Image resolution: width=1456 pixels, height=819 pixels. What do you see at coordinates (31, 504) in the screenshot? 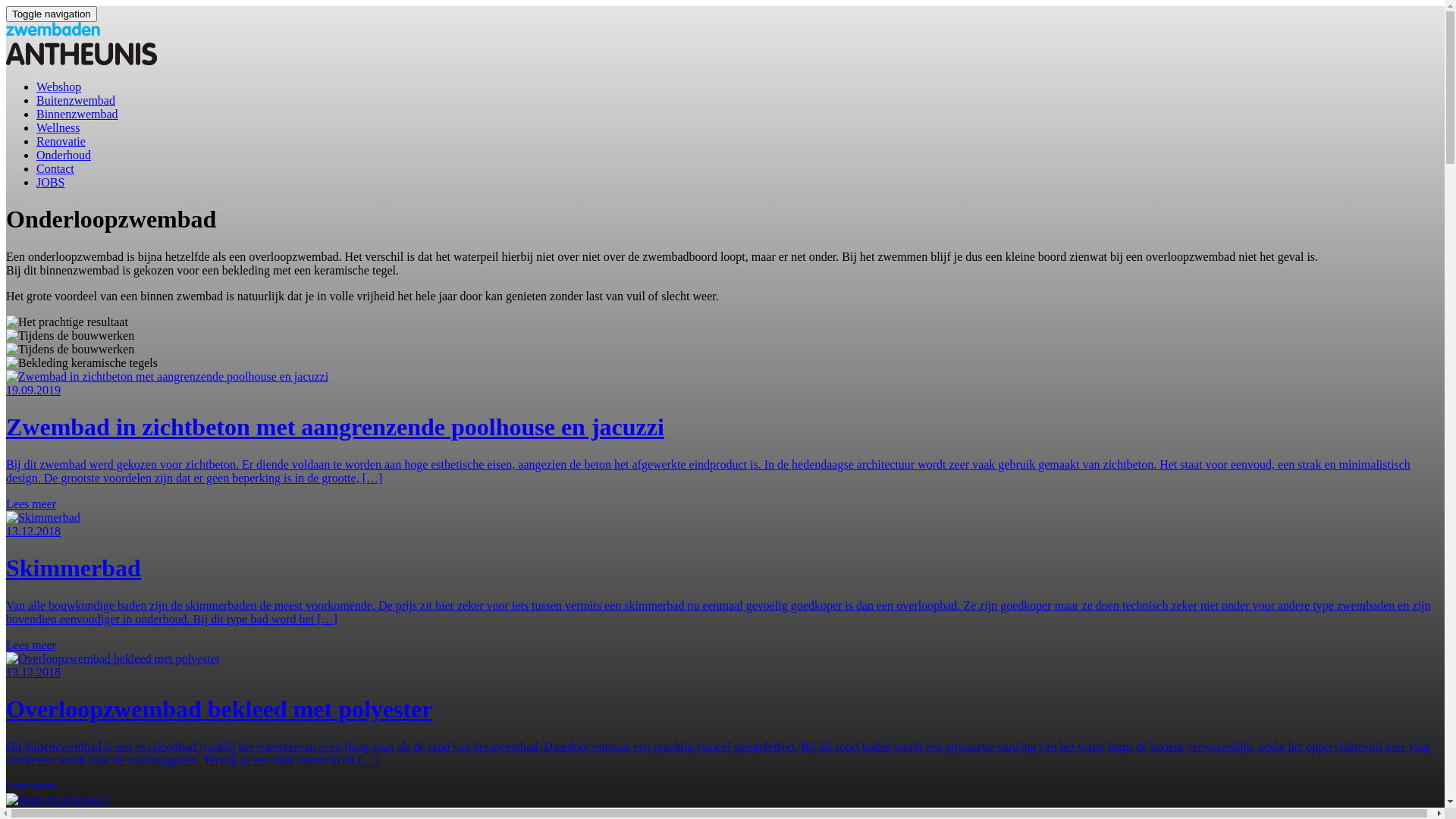
I see `'Lees meer'` at bounding box center [31, 504].